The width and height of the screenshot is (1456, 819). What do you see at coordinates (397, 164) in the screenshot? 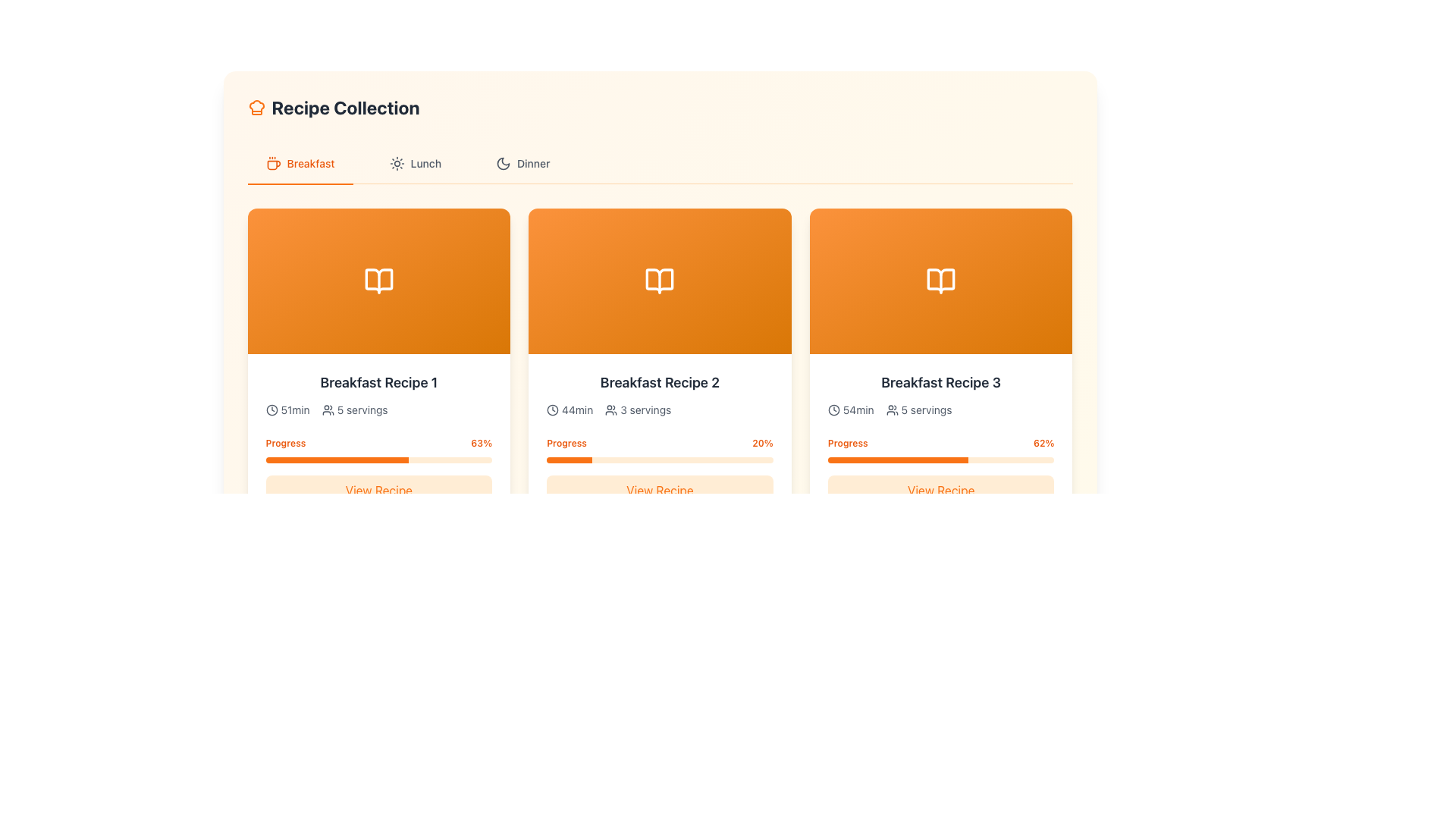
I see `the icon indicating the 'Lunch' tab, which is positioned to the left of the 'Lunch' text label in the navigation bar` at bounding box center [397, 164].